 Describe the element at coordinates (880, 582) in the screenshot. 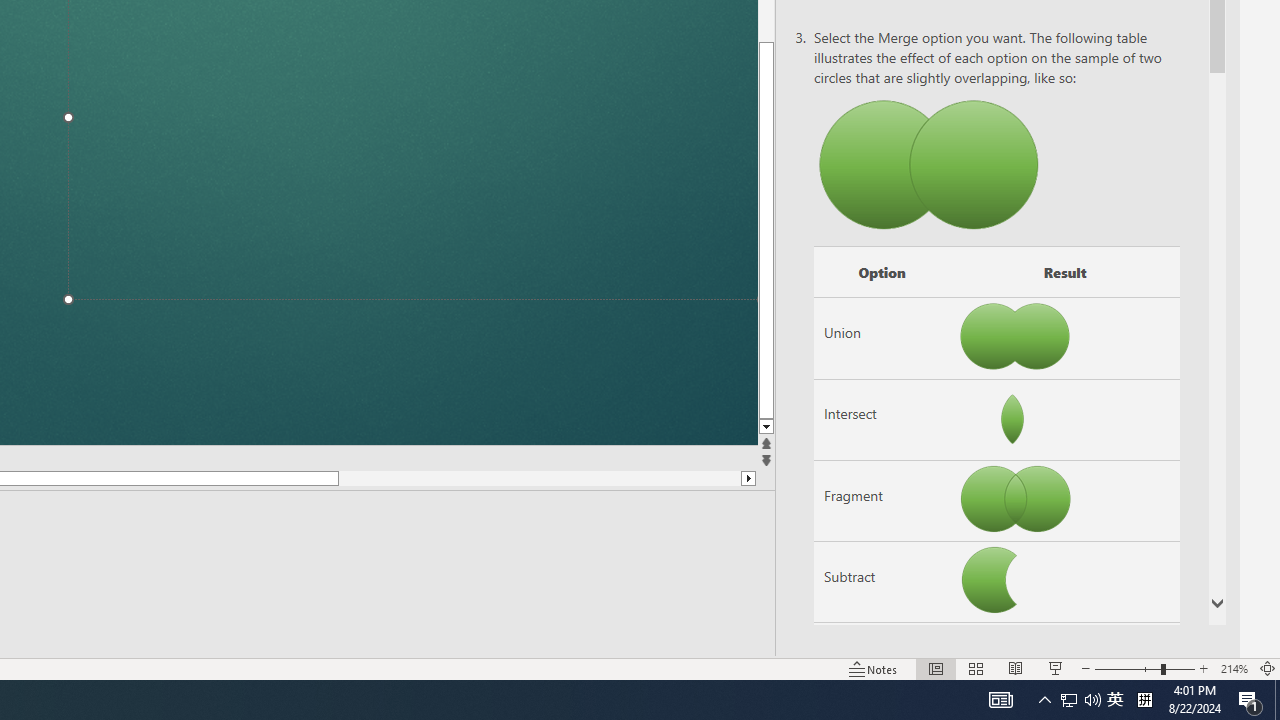

I see `'Subtract'` at that location.